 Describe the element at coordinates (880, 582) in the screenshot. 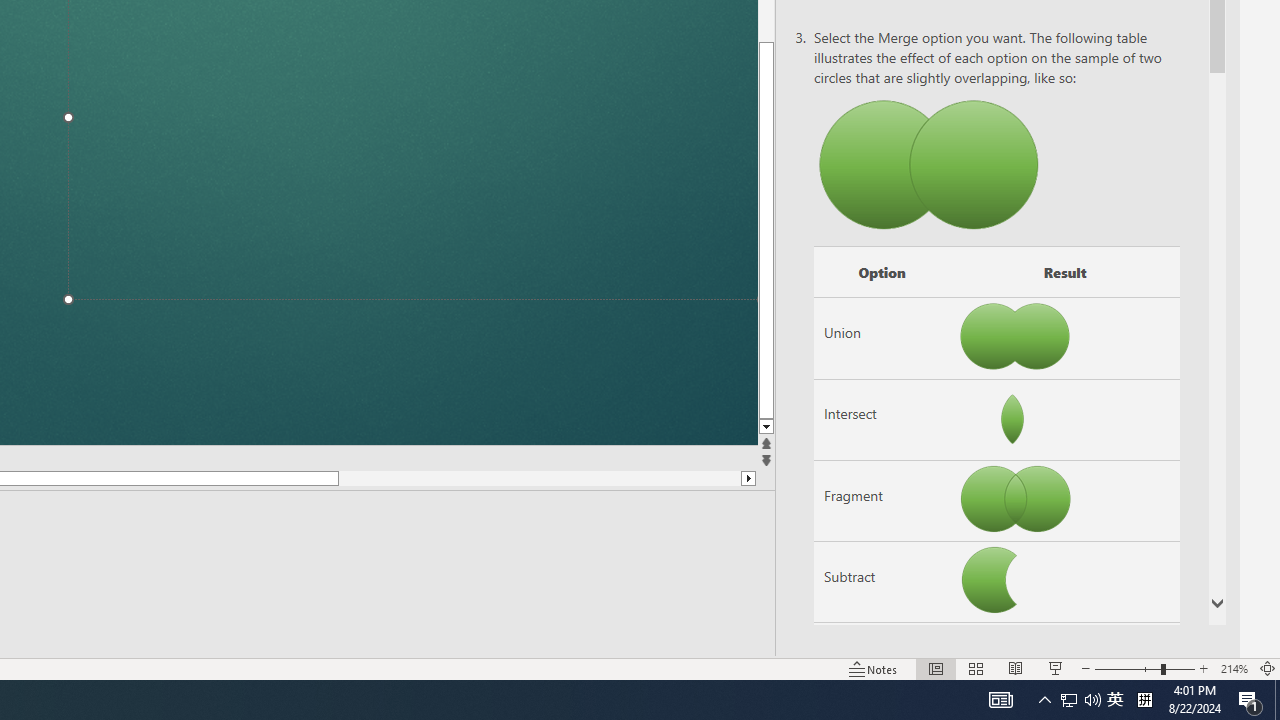

I see `'Subtract'` at that location.